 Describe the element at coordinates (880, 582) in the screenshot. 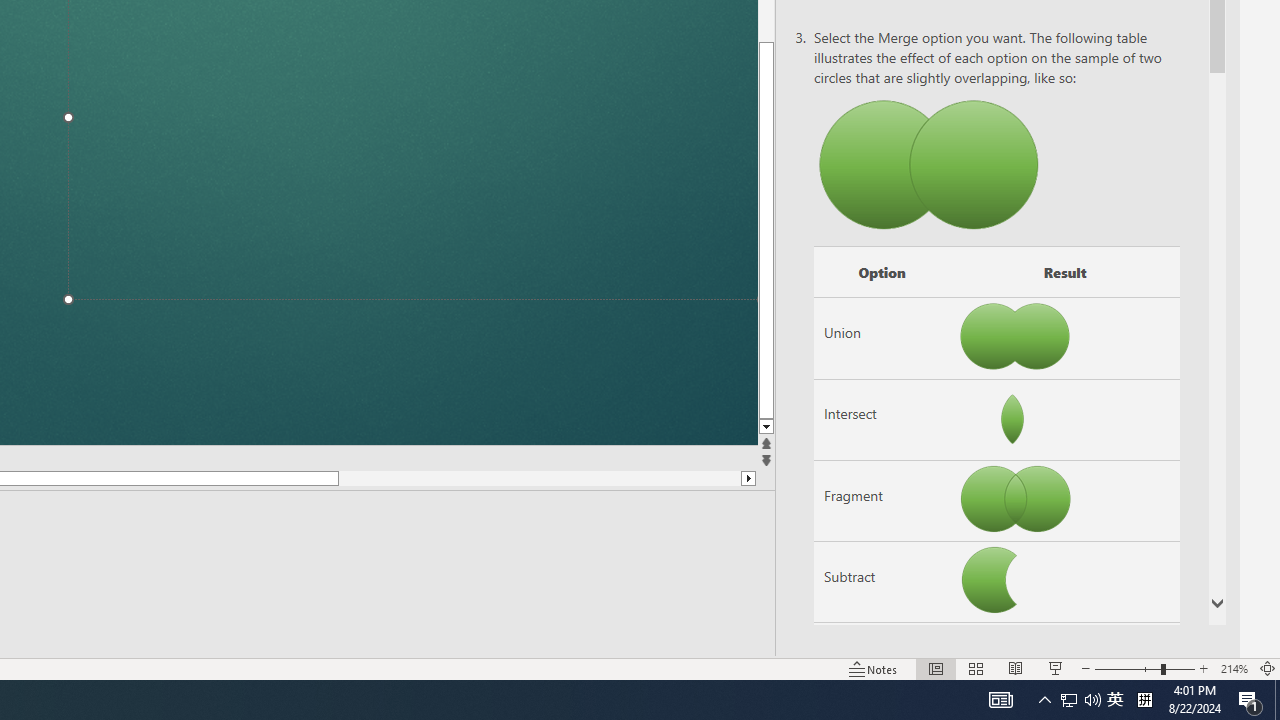

I see `'Subtract'` at that location.